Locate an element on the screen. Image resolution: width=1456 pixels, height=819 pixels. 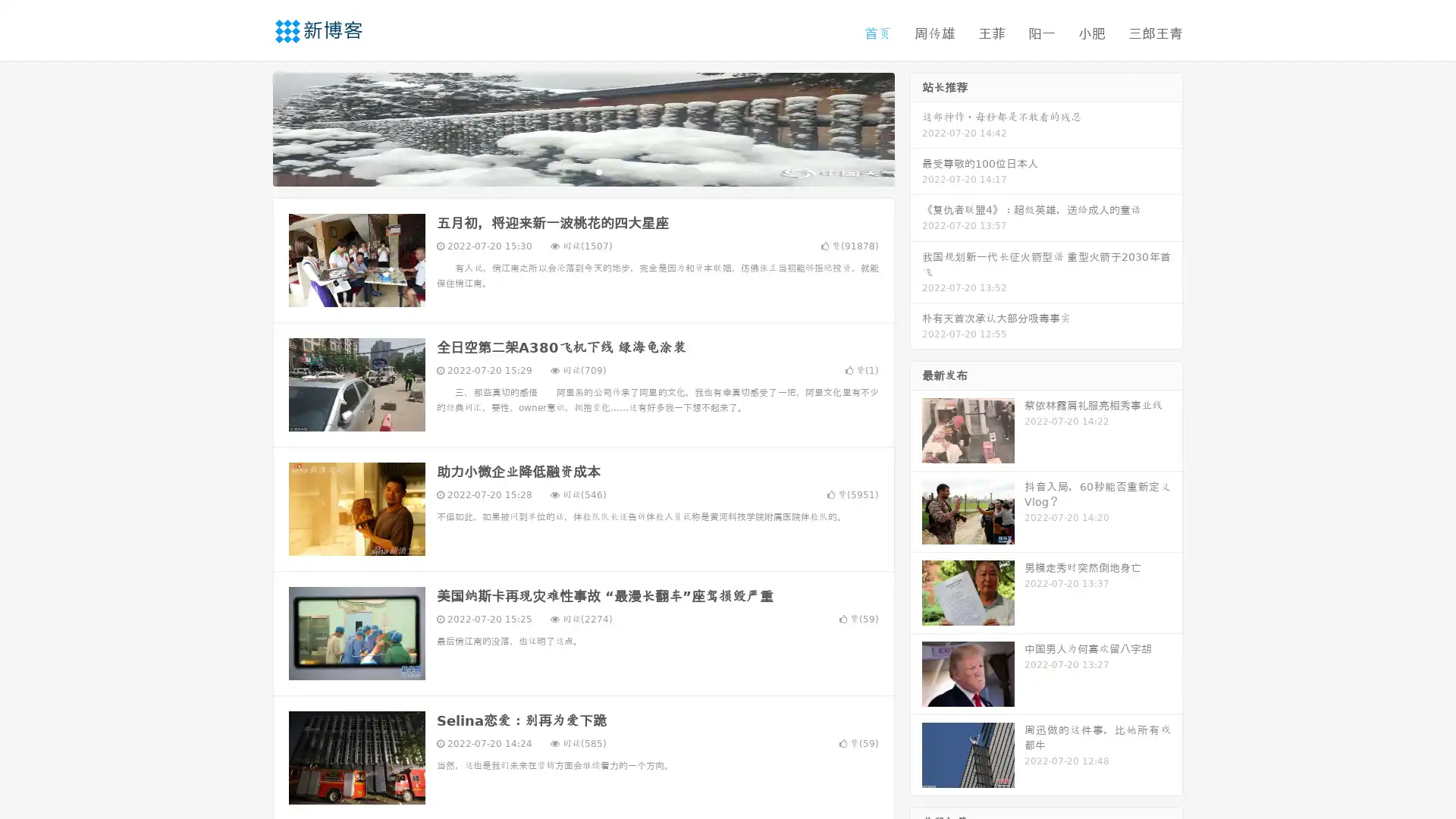
Go to slide 3 is located at coordinates (598, 171).